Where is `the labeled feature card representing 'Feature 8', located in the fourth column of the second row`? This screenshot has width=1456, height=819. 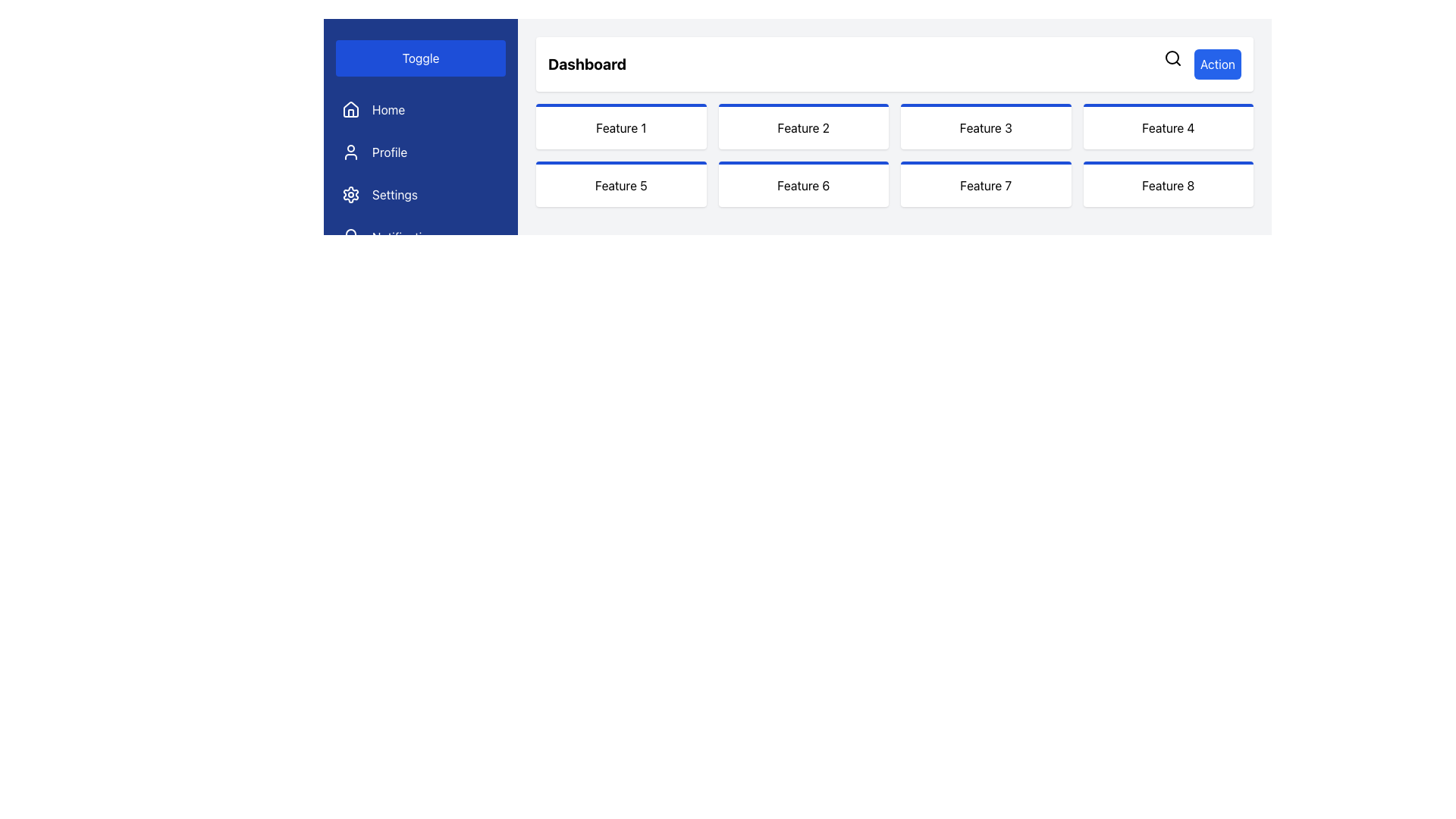
the labeled feature card representing 'Feature 8', located in the fourth column of the second row is located at coordinates (1167, 184).